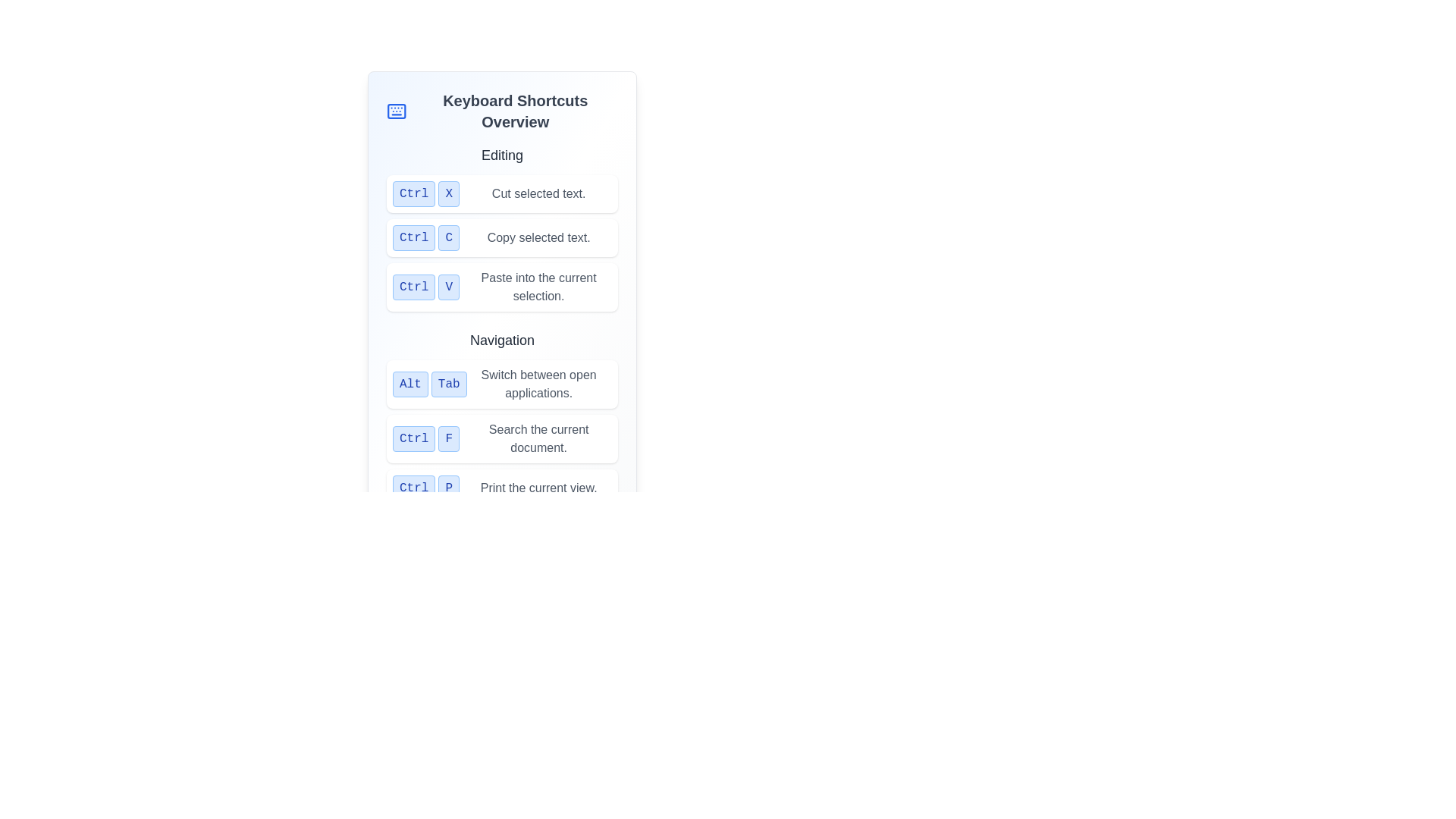 This screenshot has width=1456, height=819. I want to click on the content of the Information View displaying the keyboard shortcut 'Ctrl + F' and its action 'Search the current document.' This element is positioned between the 'Alt Tab' and 'Ctrl P' shortcut descriptions in the Navigation section, so click(502, 433).